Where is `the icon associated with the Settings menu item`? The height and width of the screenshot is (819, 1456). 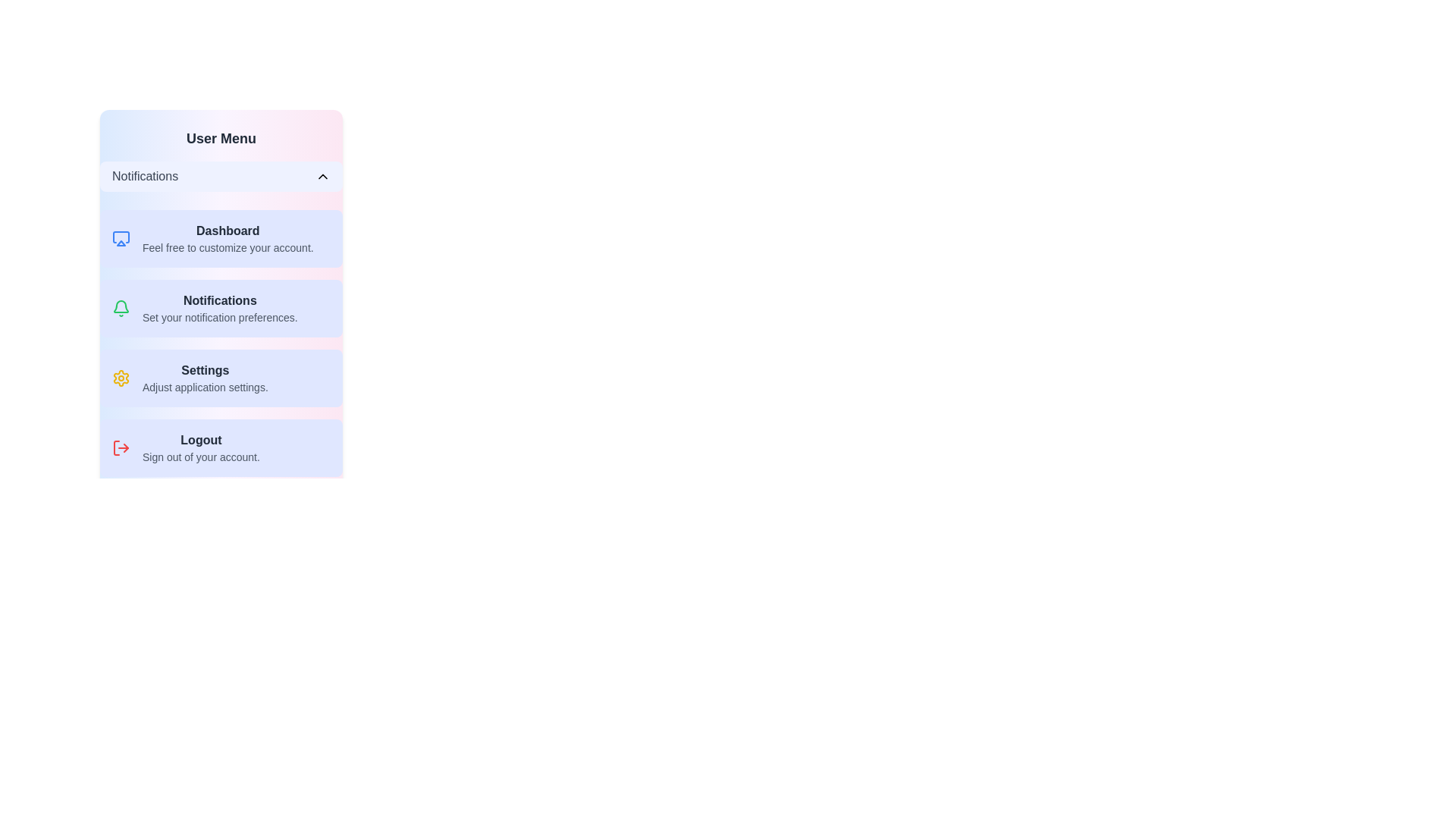 the icon associated with the Settings menu item is located at coordinates (120, 377).